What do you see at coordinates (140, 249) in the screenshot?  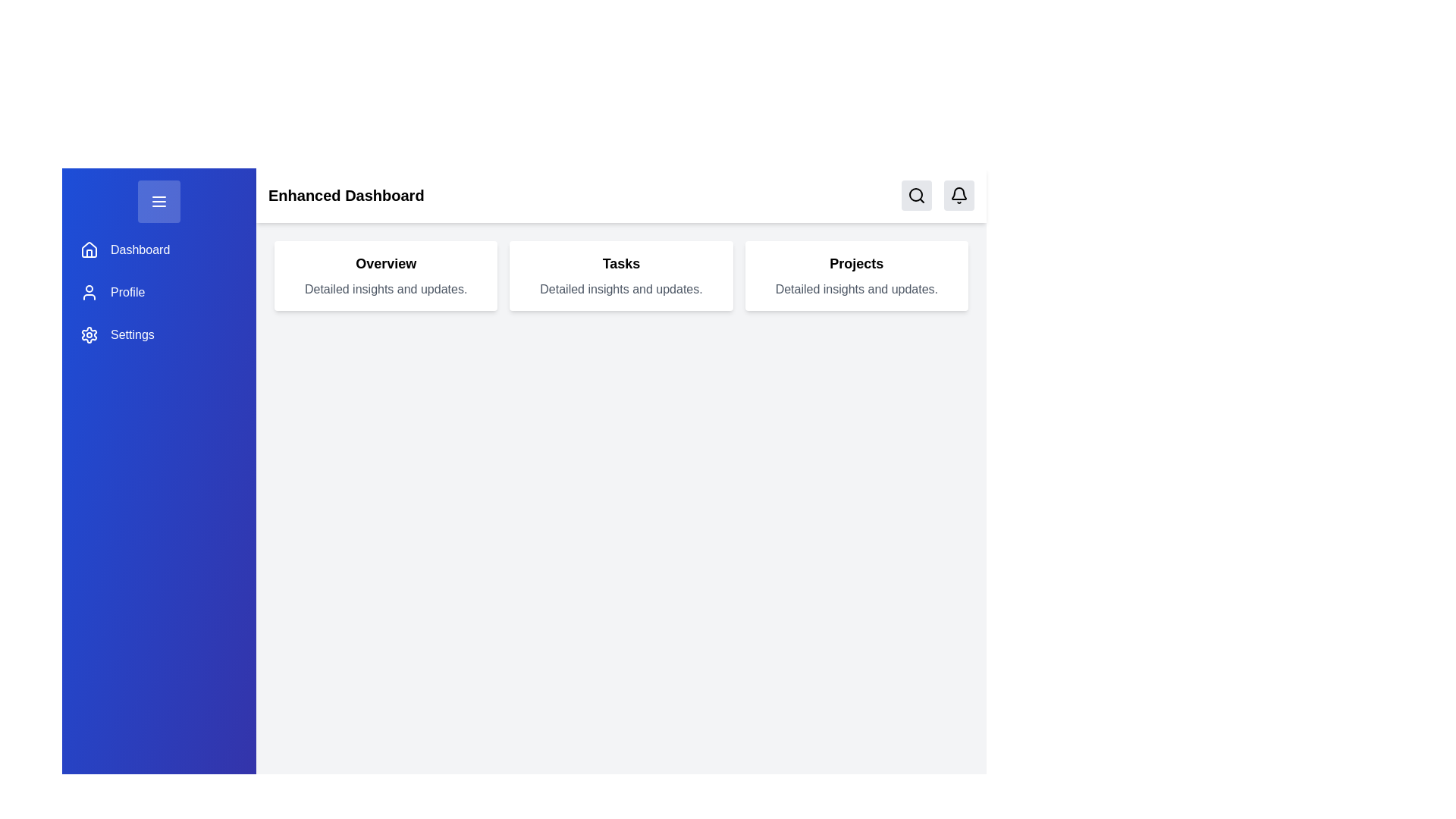 I see `the 'Dashboard' label in the navigation sidebar` at bounding box center [140, 249].